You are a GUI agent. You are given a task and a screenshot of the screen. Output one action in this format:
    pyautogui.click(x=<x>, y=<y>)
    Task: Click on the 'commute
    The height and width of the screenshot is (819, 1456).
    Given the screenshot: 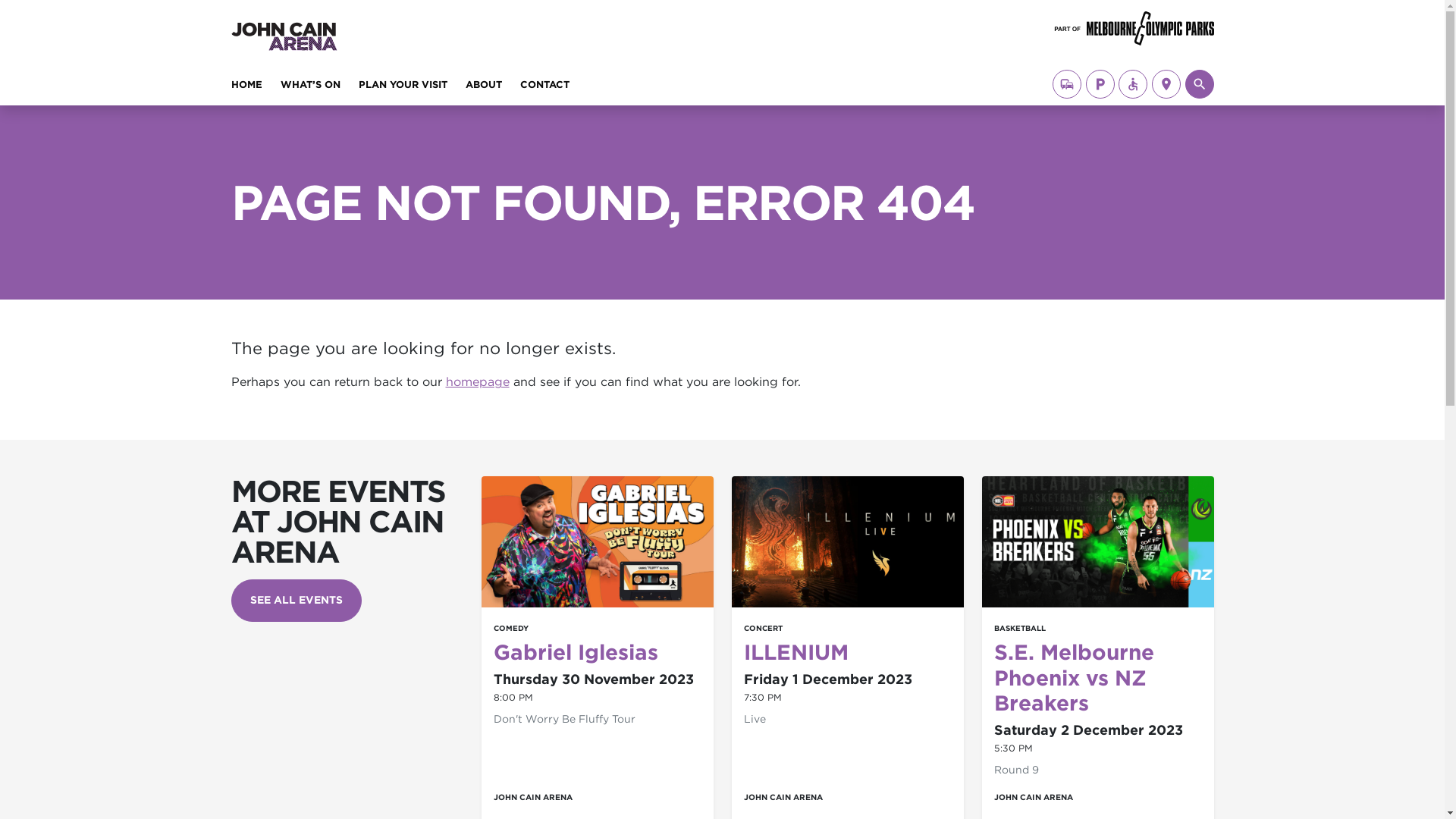 What is the action you would take?
    pyautogui.click(x=1065, y=84)
    